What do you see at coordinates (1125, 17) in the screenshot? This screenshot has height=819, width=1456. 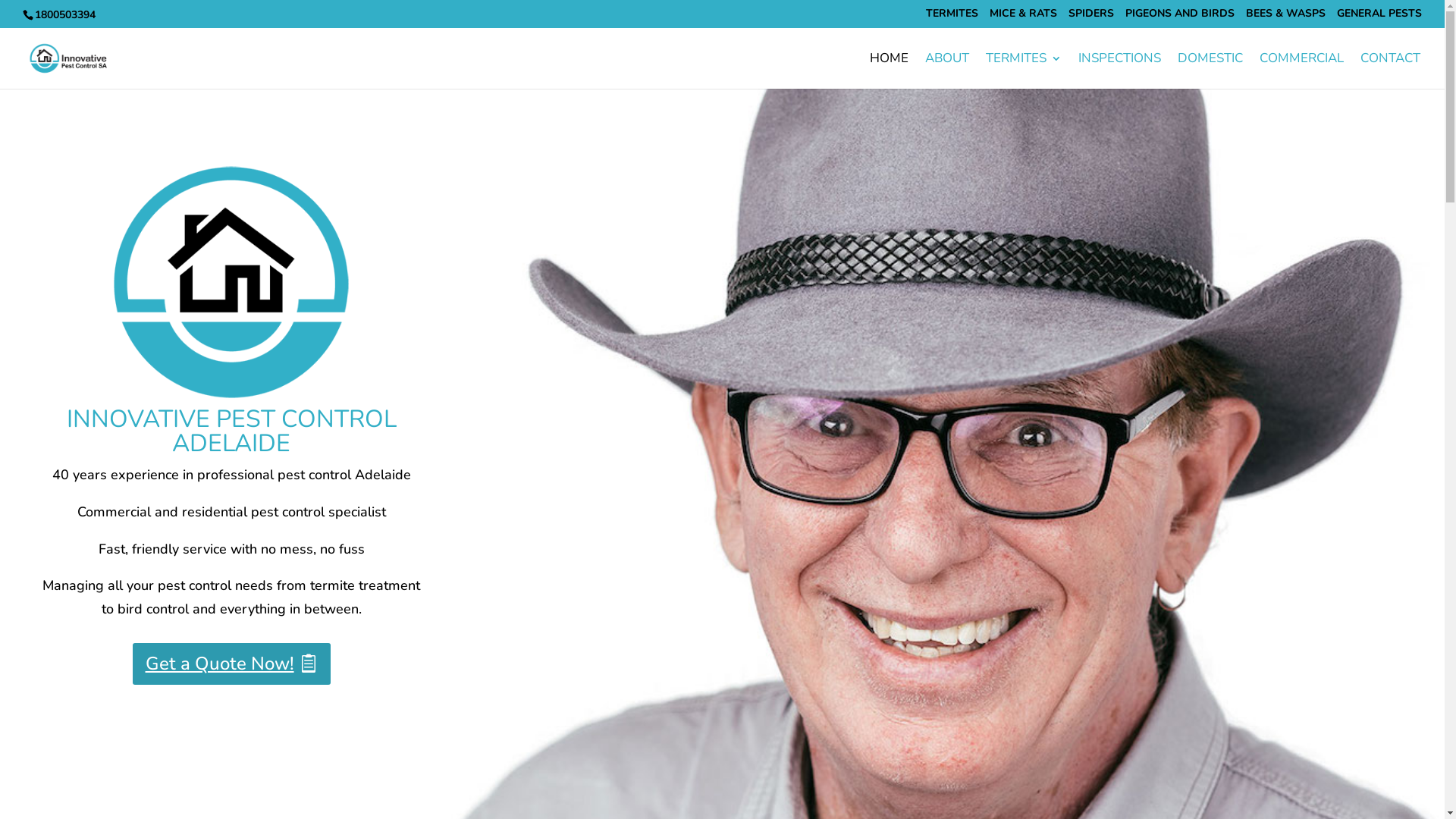 I see `'PIGEONS AND BIRDS'` at bounding box center [1125, 17].